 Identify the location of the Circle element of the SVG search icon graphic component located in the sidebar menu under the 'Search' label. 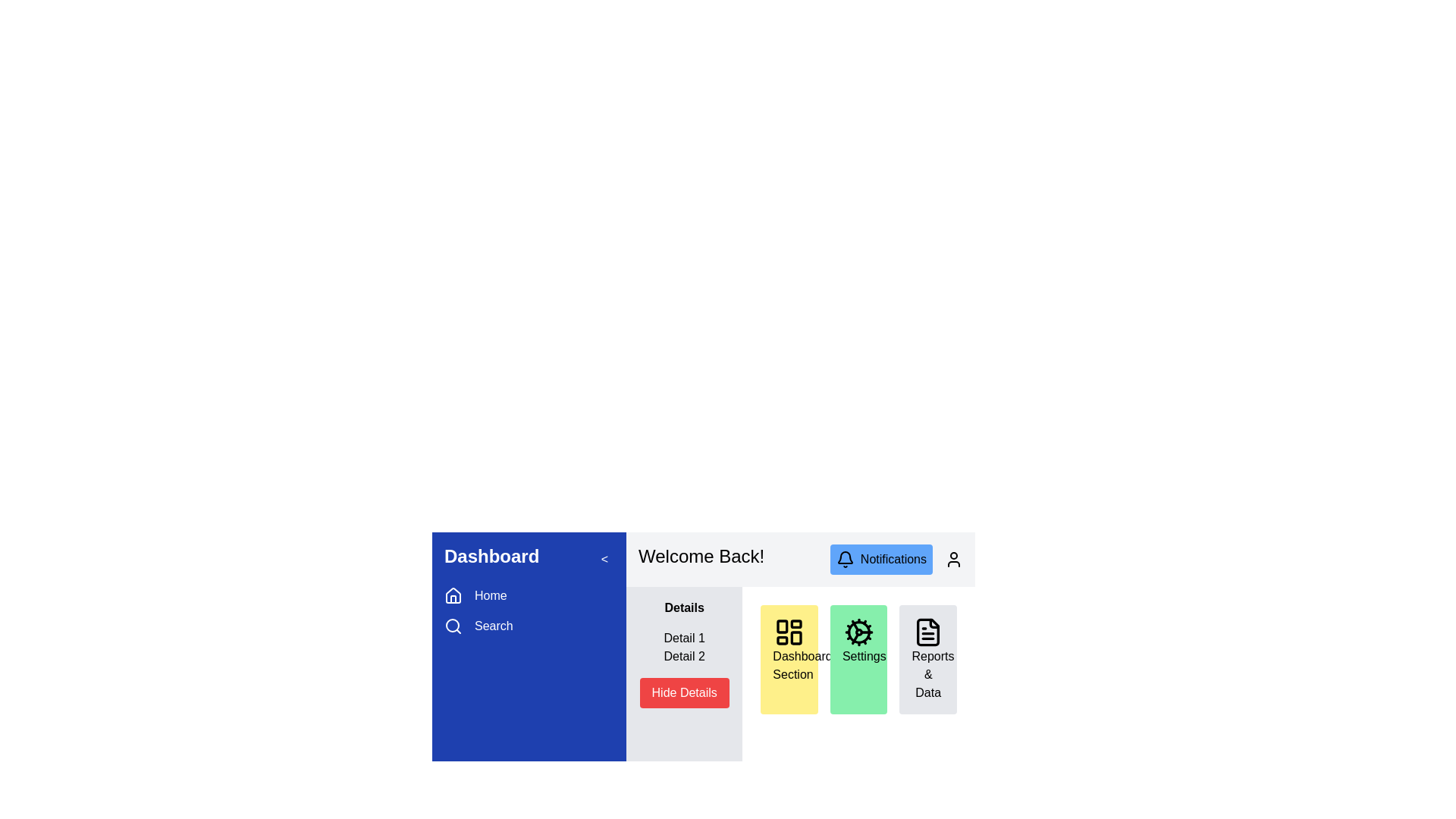
(451, 626).